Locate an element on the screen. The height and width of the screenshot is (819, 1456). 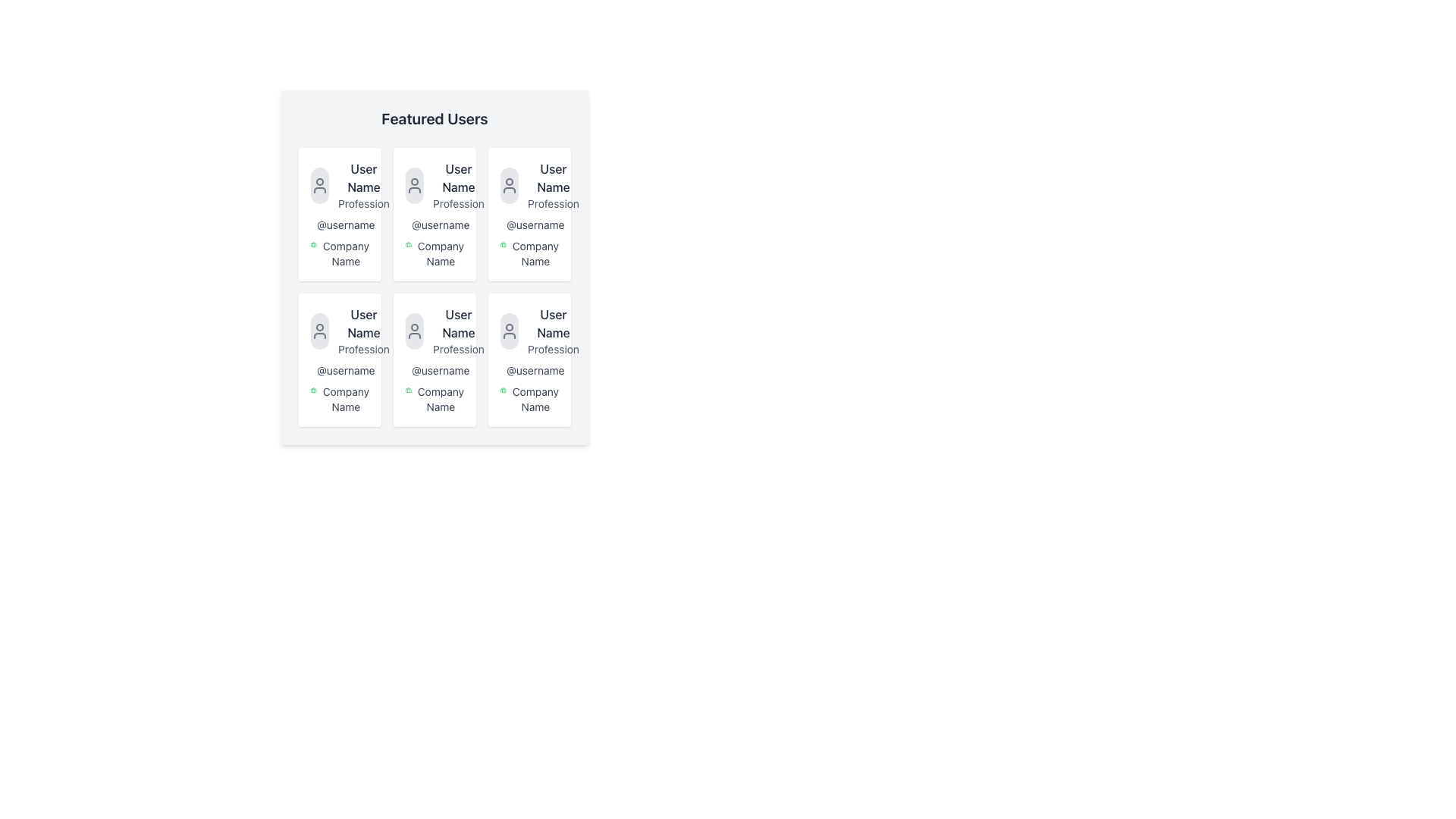
the user icon styled in a minimalist manner, which is contained within a circular button with a light gray background, located in the third card of the top row in the grid of user cards under the heading 'Featured Users' is located at coordinates (510, 185).